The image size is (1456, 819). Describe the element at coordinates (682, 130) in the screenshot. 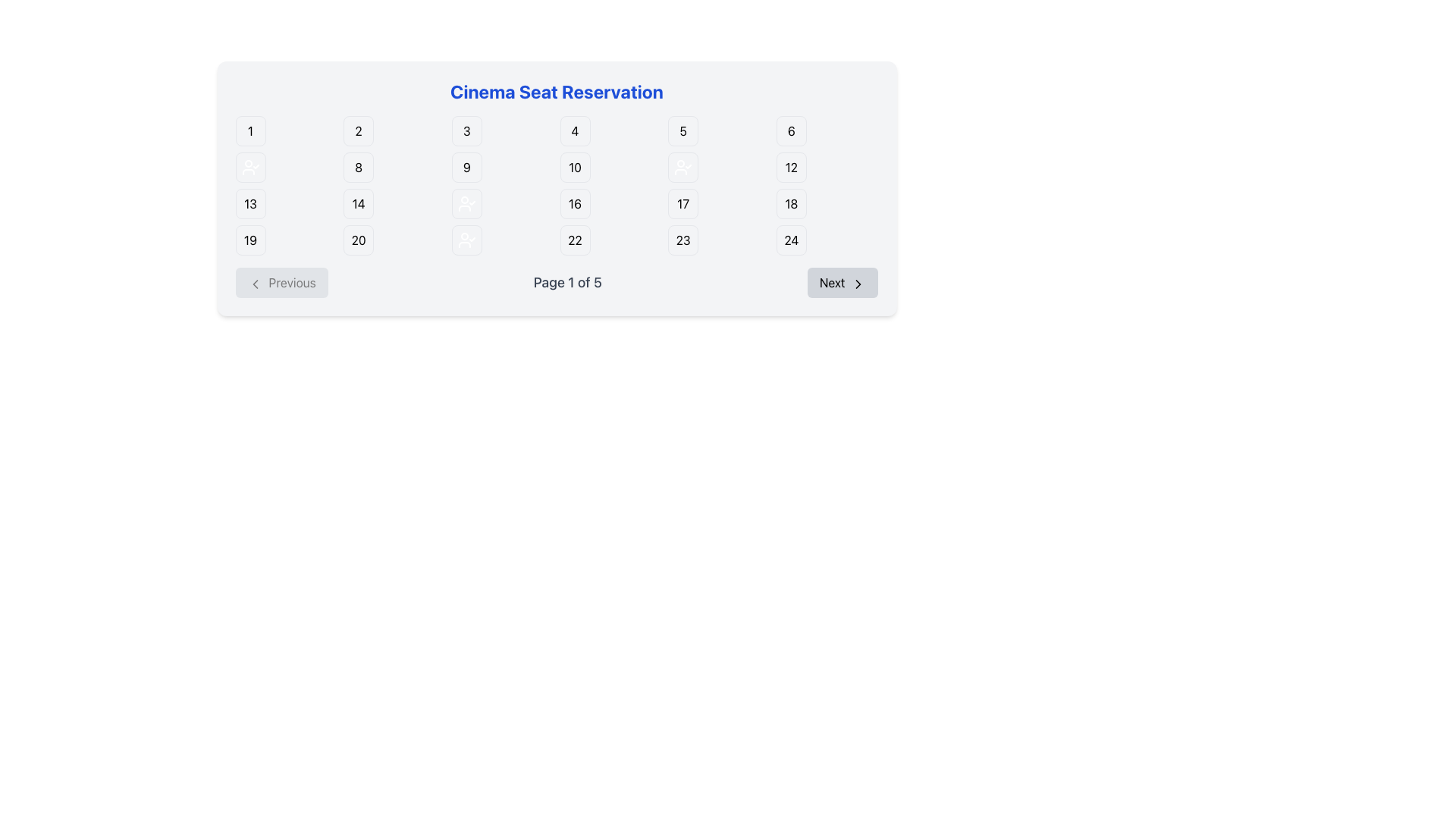

I see `the rounded square button labeled with the digit '5'` at that location.